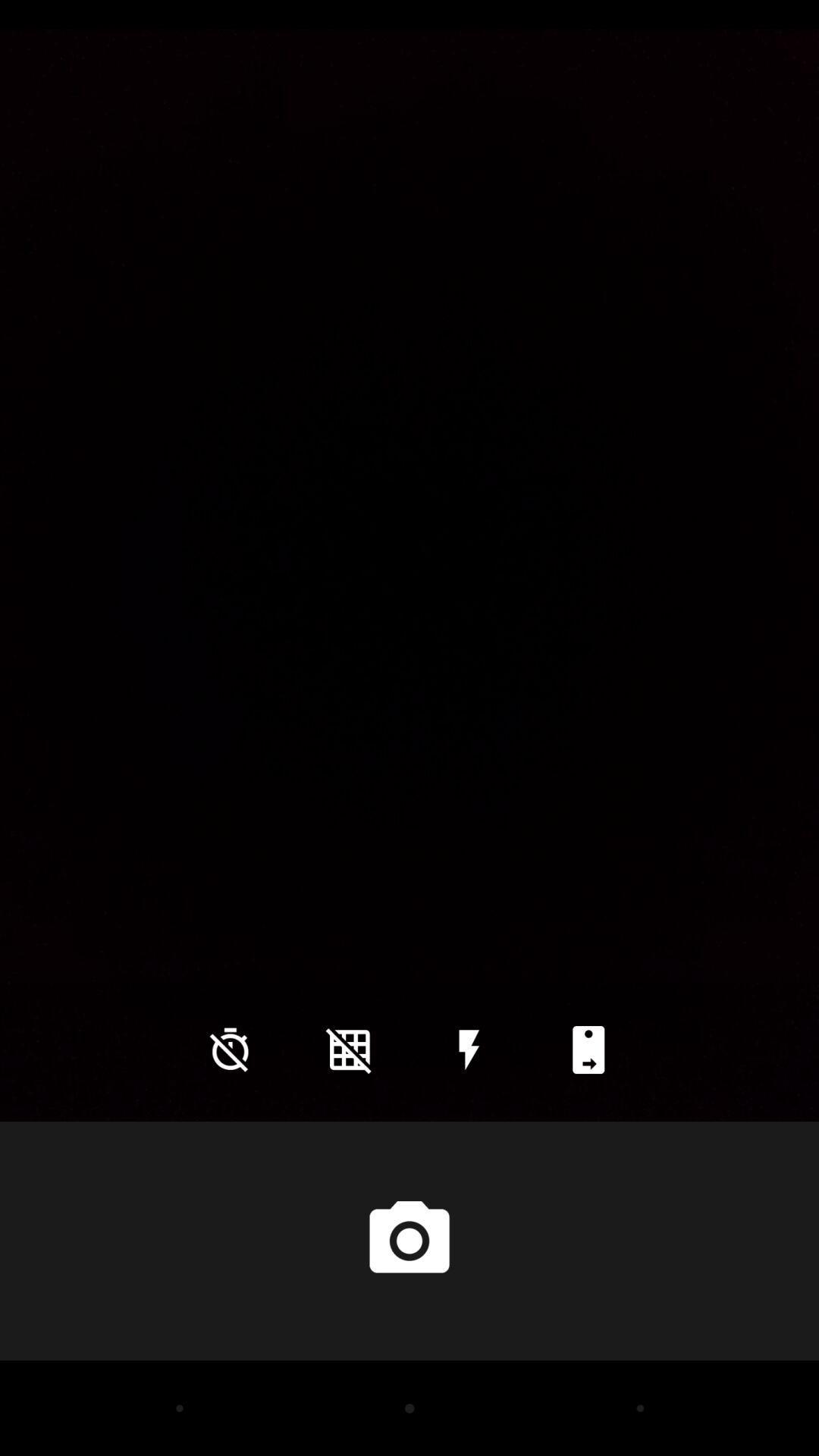  Describe the element at coordinates (588, 1049) in the screenshot. I see `the item at the bottom right corner` at that location.